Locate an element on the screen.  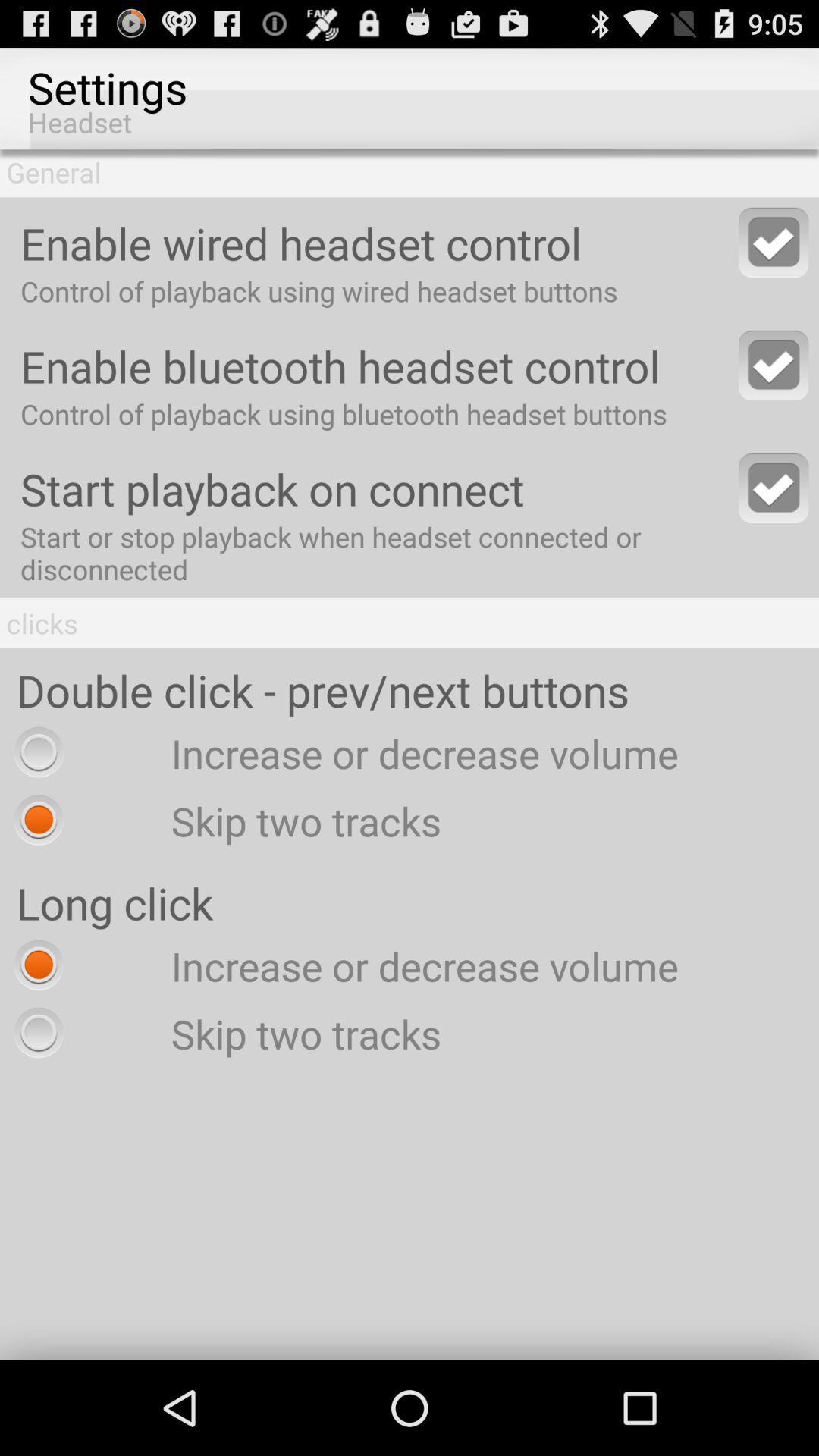
enable bluetooth is located at coordinates (773, 365).